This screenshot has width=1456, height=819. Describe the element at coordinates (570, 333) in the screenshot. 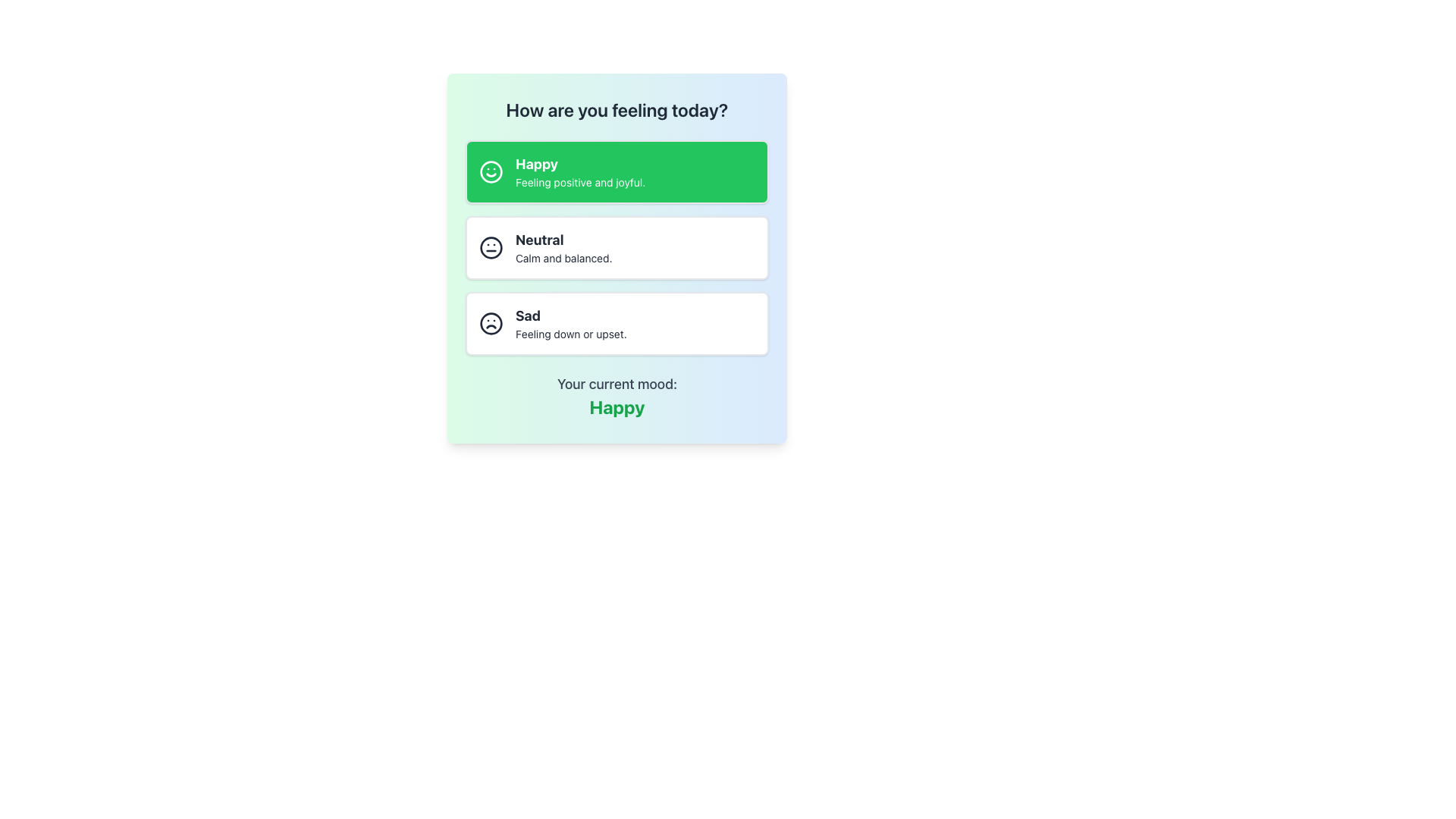

I see `the text label reading 'Feeling down or upset.' located under the 'Sad' header in the Sad mood card` at that location.